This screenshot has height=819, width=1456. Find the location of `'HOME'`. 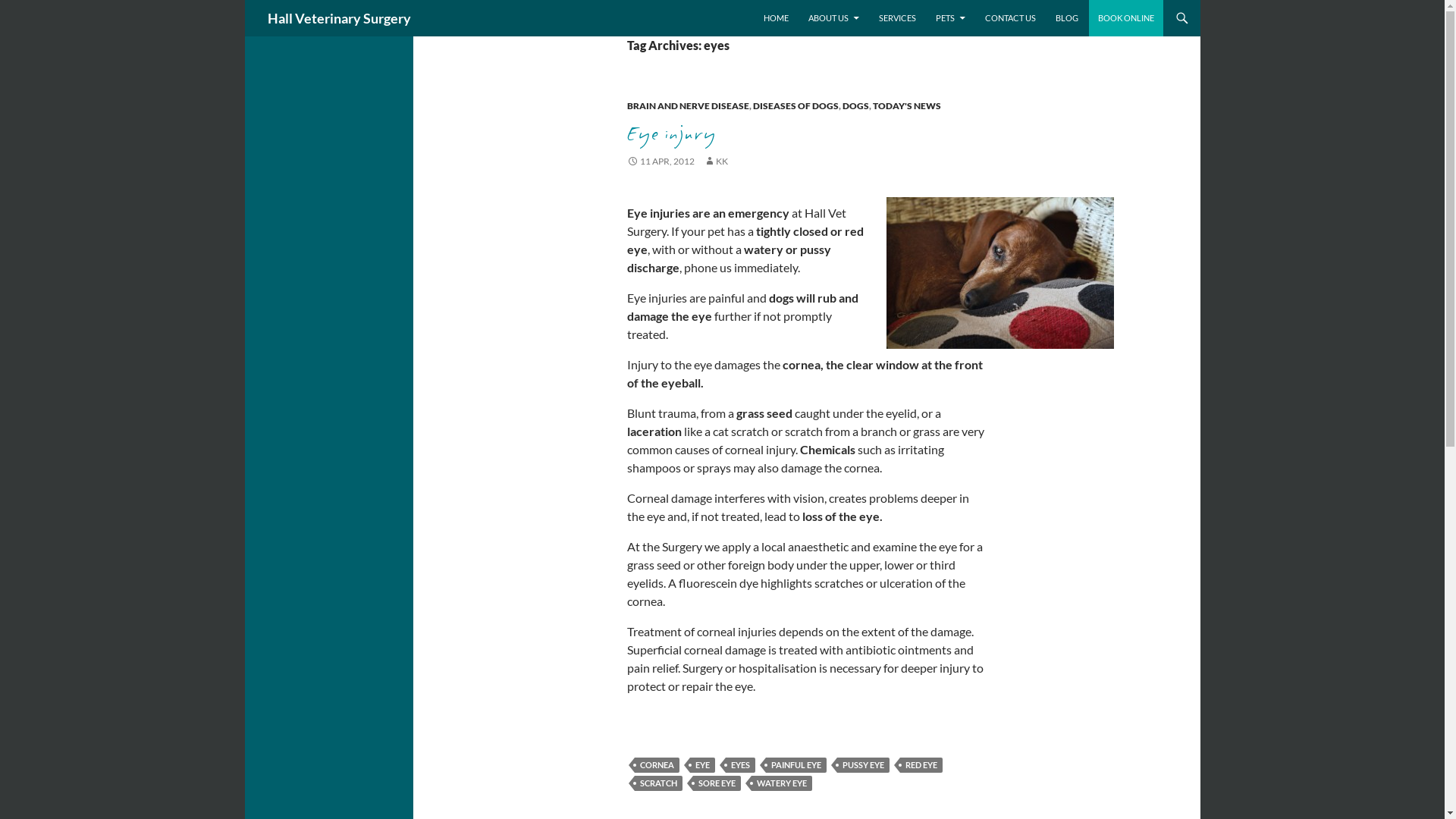

'HOME' is located at coordinates (775, 17).